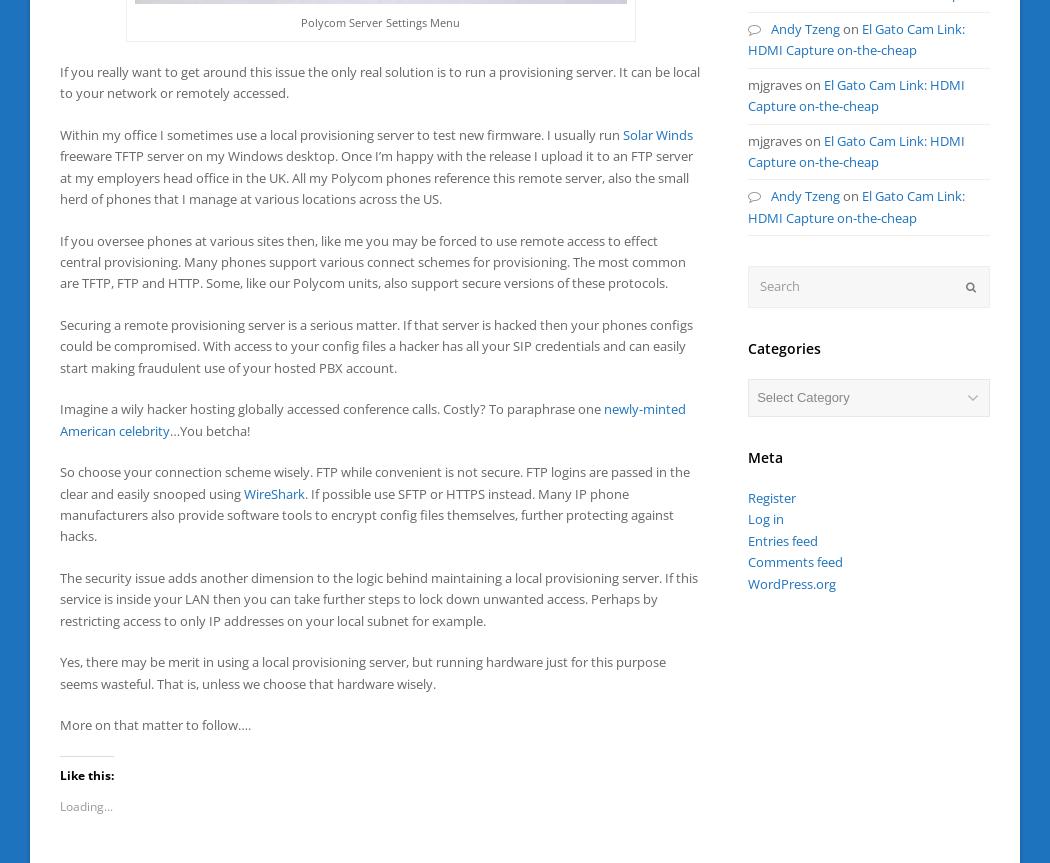 The image size is (1050, 863). Describe the element at coordinates (361, 671) in the screenshot. I see `'Yes, there may be merit in using a local provisioning server, but running hardware just for this purpose seems wasteful. That is, unless we choose that hardware wisely.'` at that location.